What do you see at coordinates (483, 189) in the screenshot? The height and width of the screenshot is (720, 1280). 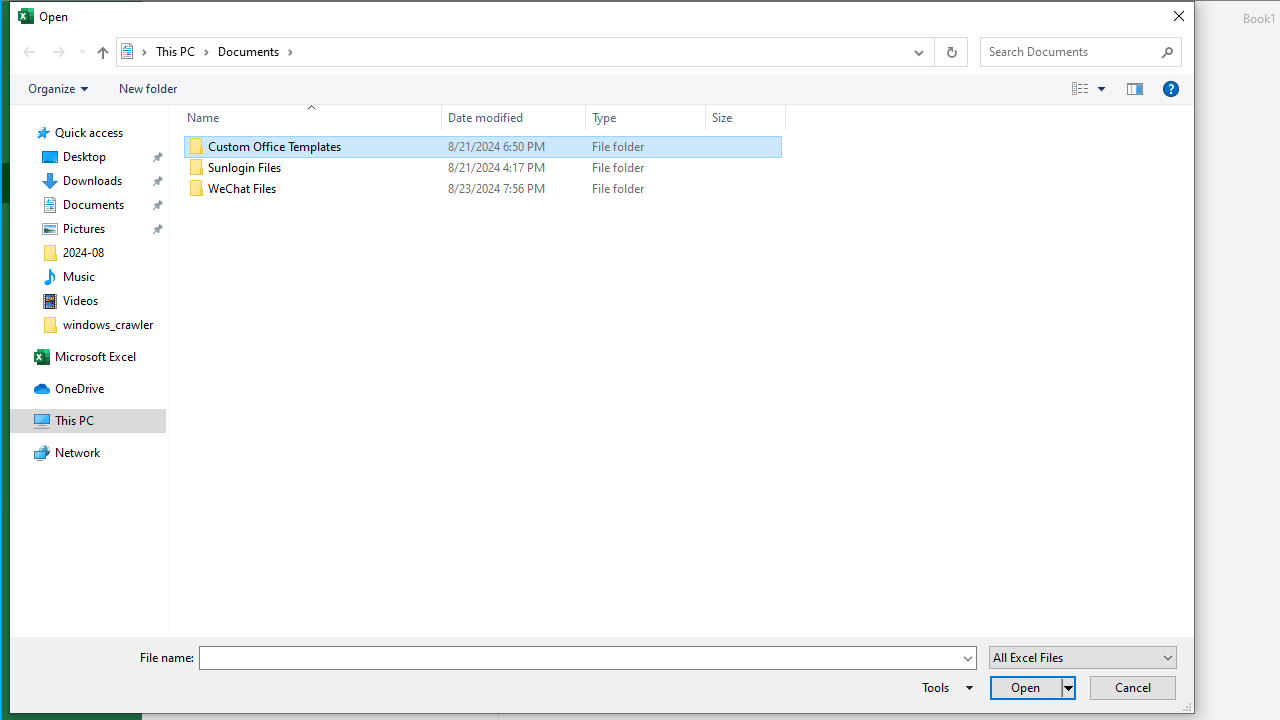 I see `'WeChat Files'` at bounding box center [483, 189].